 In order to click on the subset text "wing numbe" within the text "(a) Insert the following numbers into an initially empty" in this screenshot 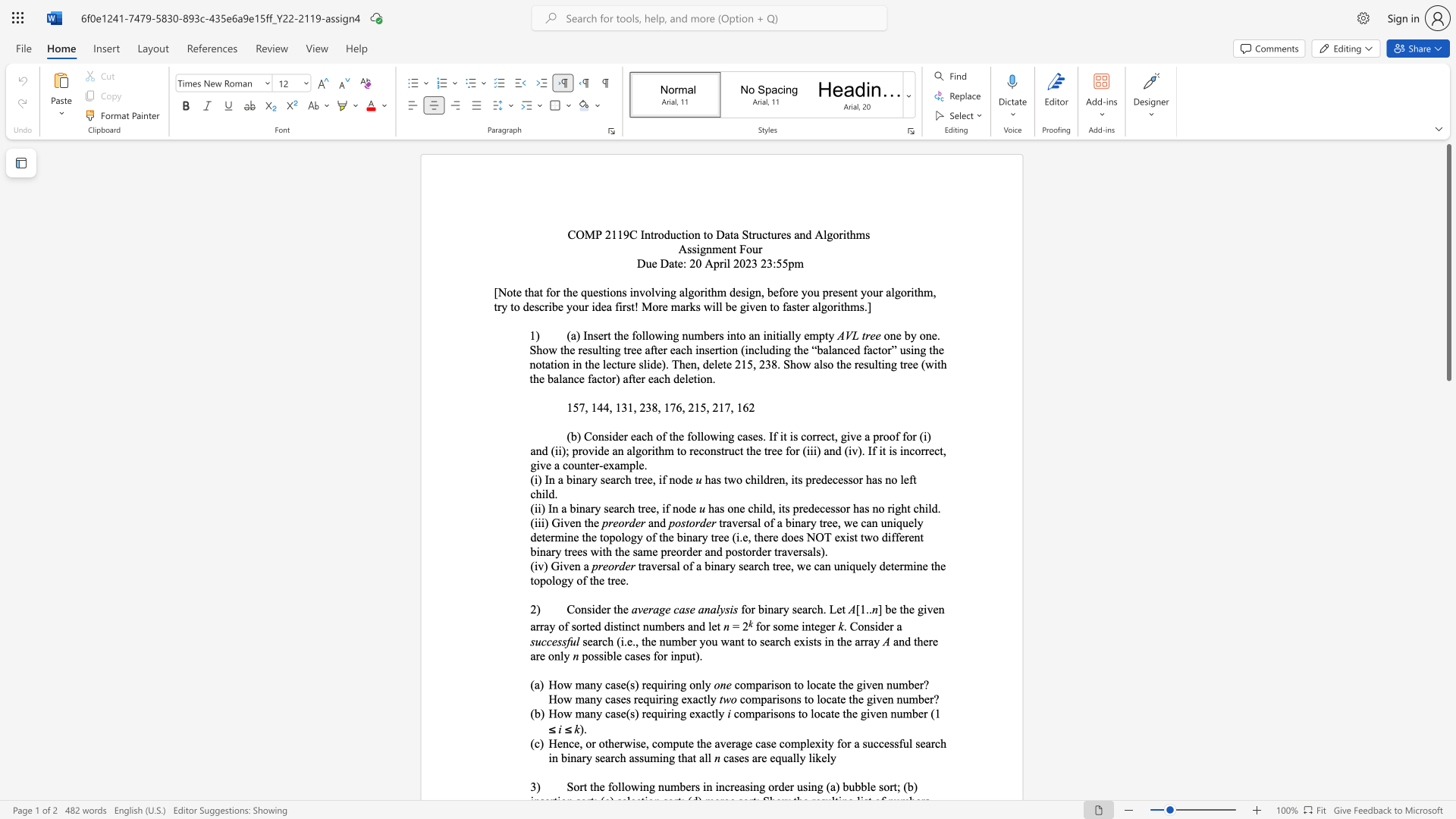, I will do `click(654, 334)`.